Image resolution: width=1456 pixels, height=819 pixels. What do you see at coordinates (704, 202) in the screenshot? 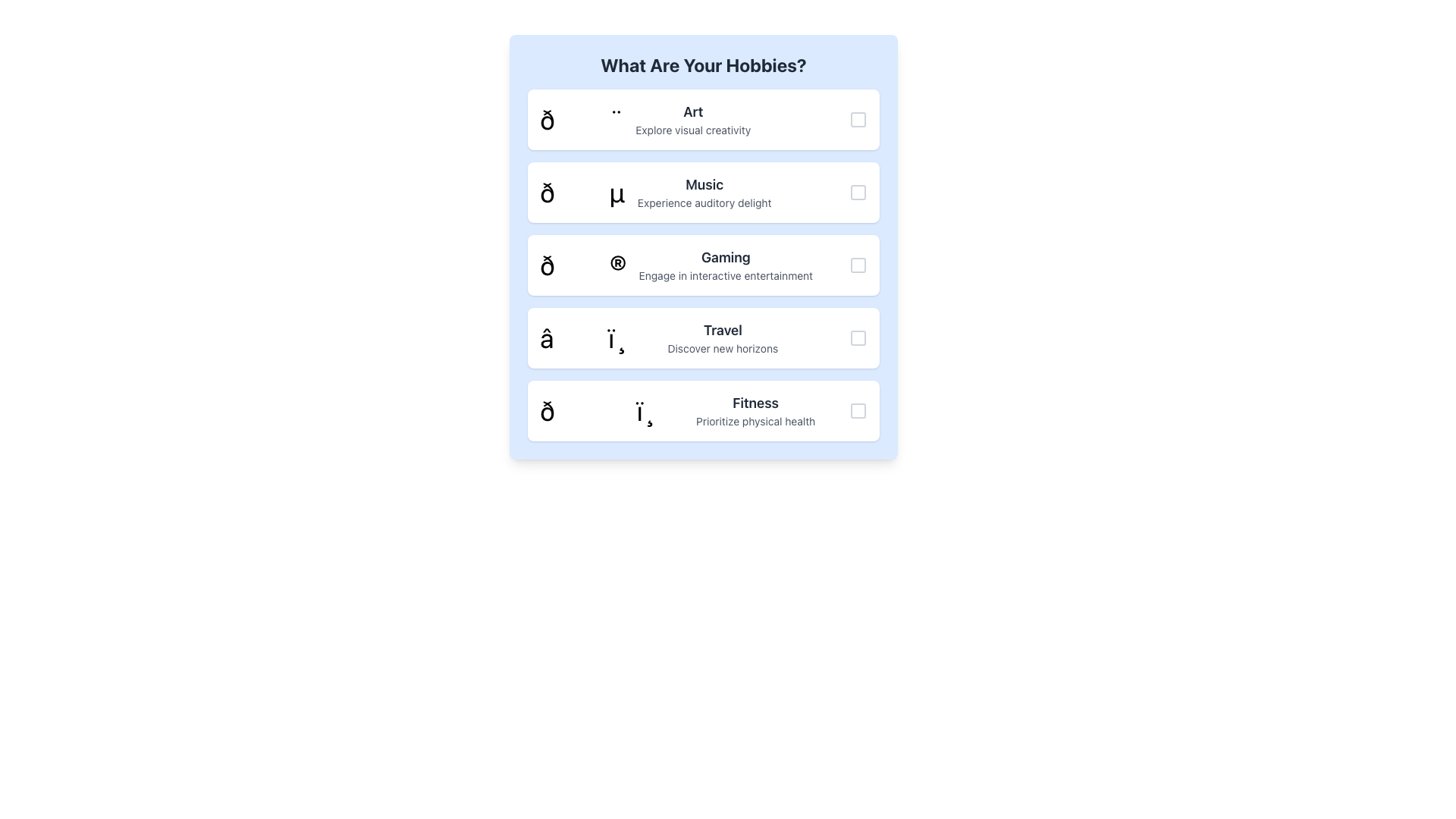
I see `the descriptive text label for the 'Music' section located below the 'Music' header in the 'What Are Your Hobbies?' list` at bounding box center [704, 202].